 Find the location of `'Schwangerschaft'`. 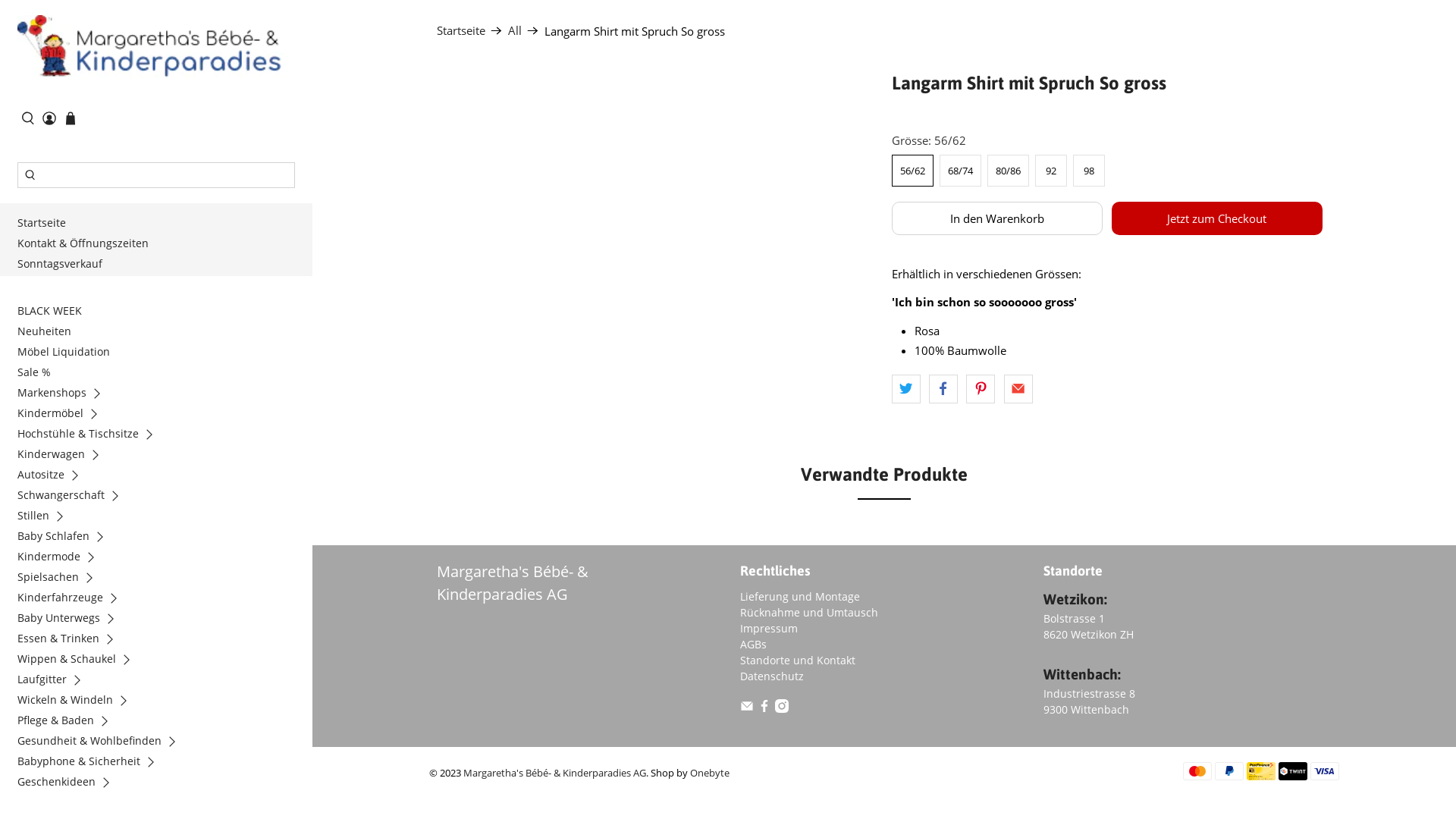

'Schwangerschaft' is located at coordinates (72, 497).